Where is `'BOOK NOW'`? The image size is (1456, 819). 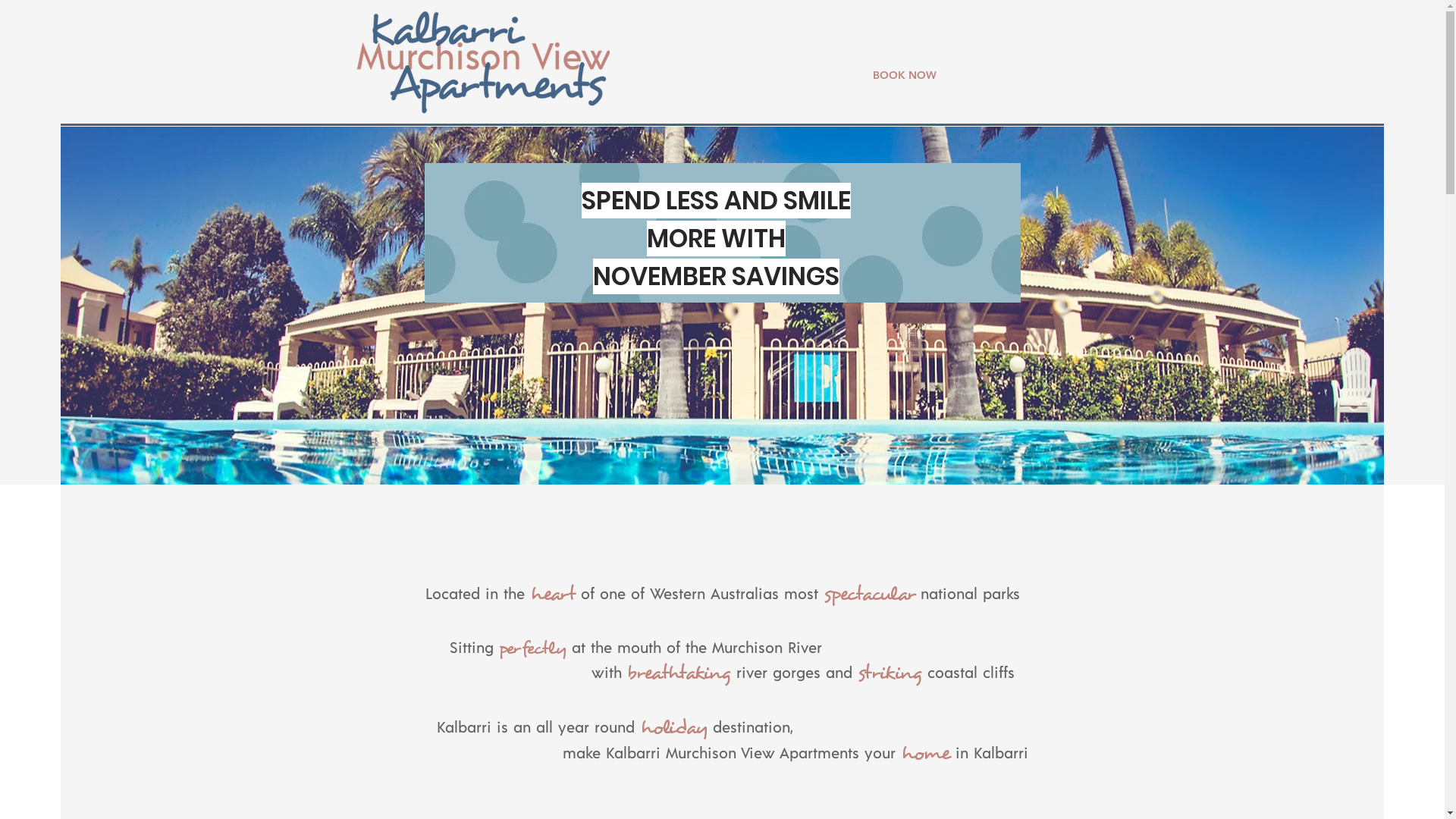 'BOOK NOW' is located at coordinates (903, 75).